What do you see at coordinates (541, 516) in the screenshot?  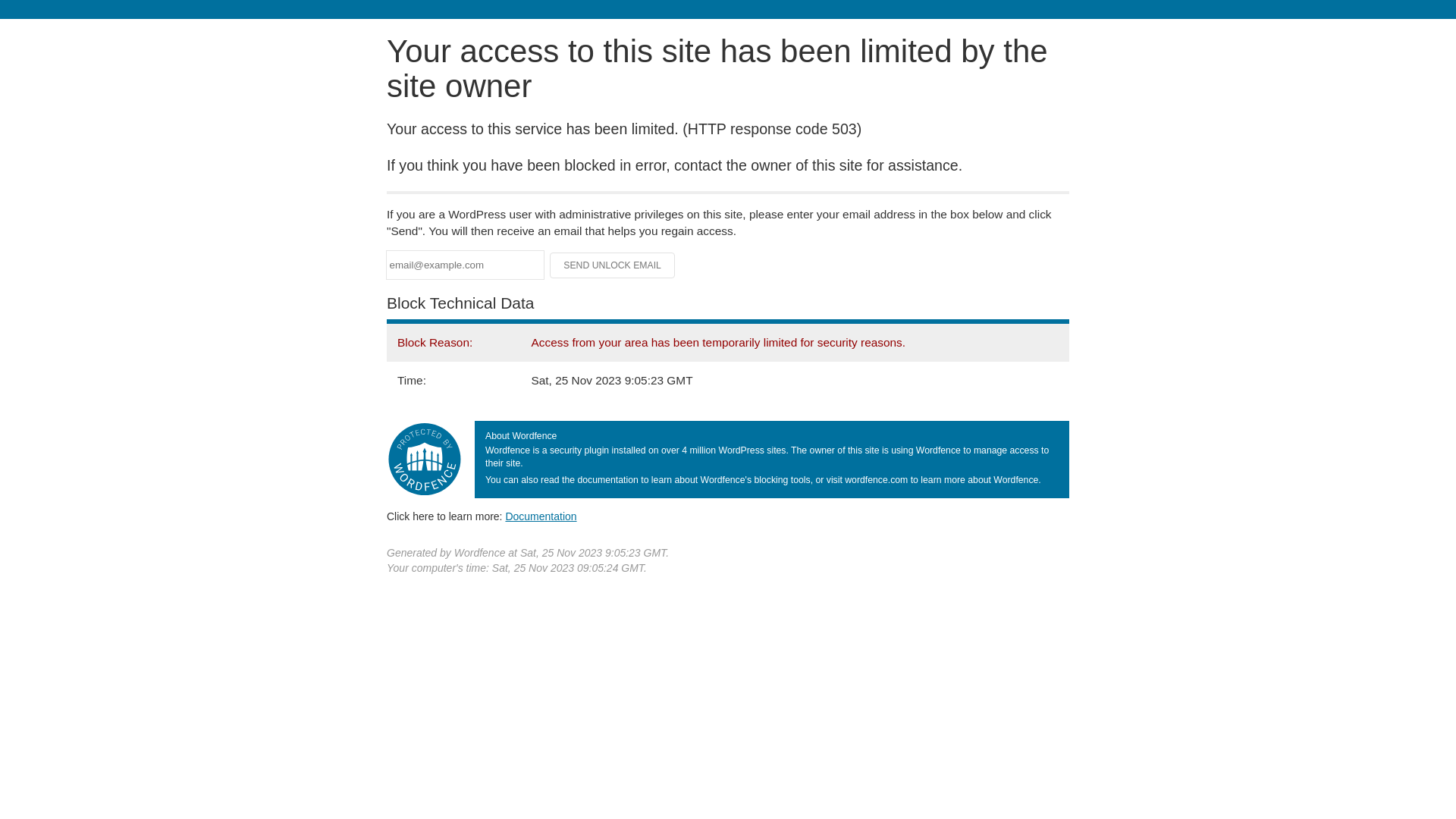 I see `'Documentation'` at bounding box center [541, 516].